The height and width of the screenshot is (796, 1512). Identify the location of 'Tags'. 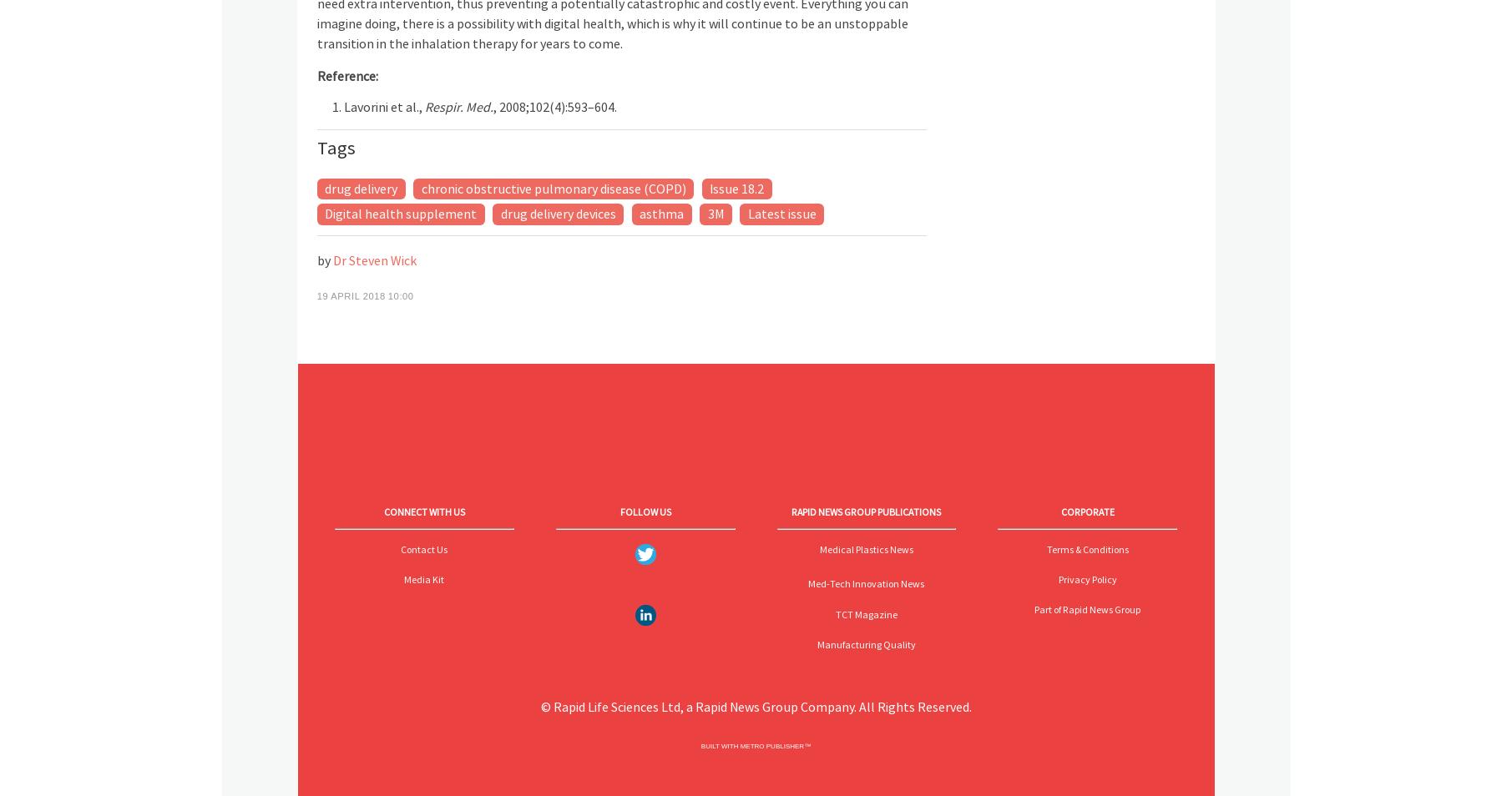
(335, 148).